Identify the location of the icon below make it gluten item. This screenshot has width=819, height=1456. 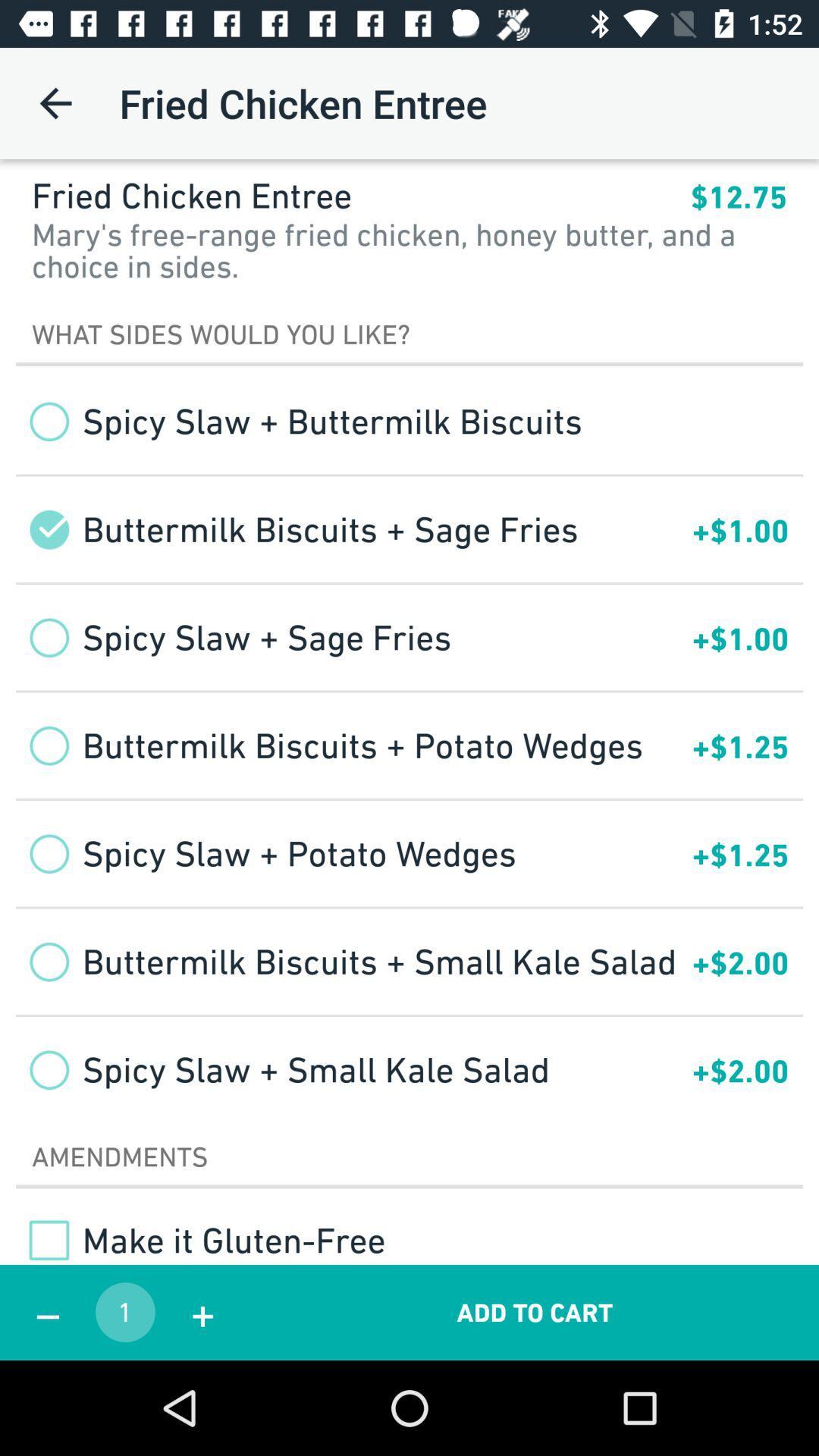
(202, 1312).